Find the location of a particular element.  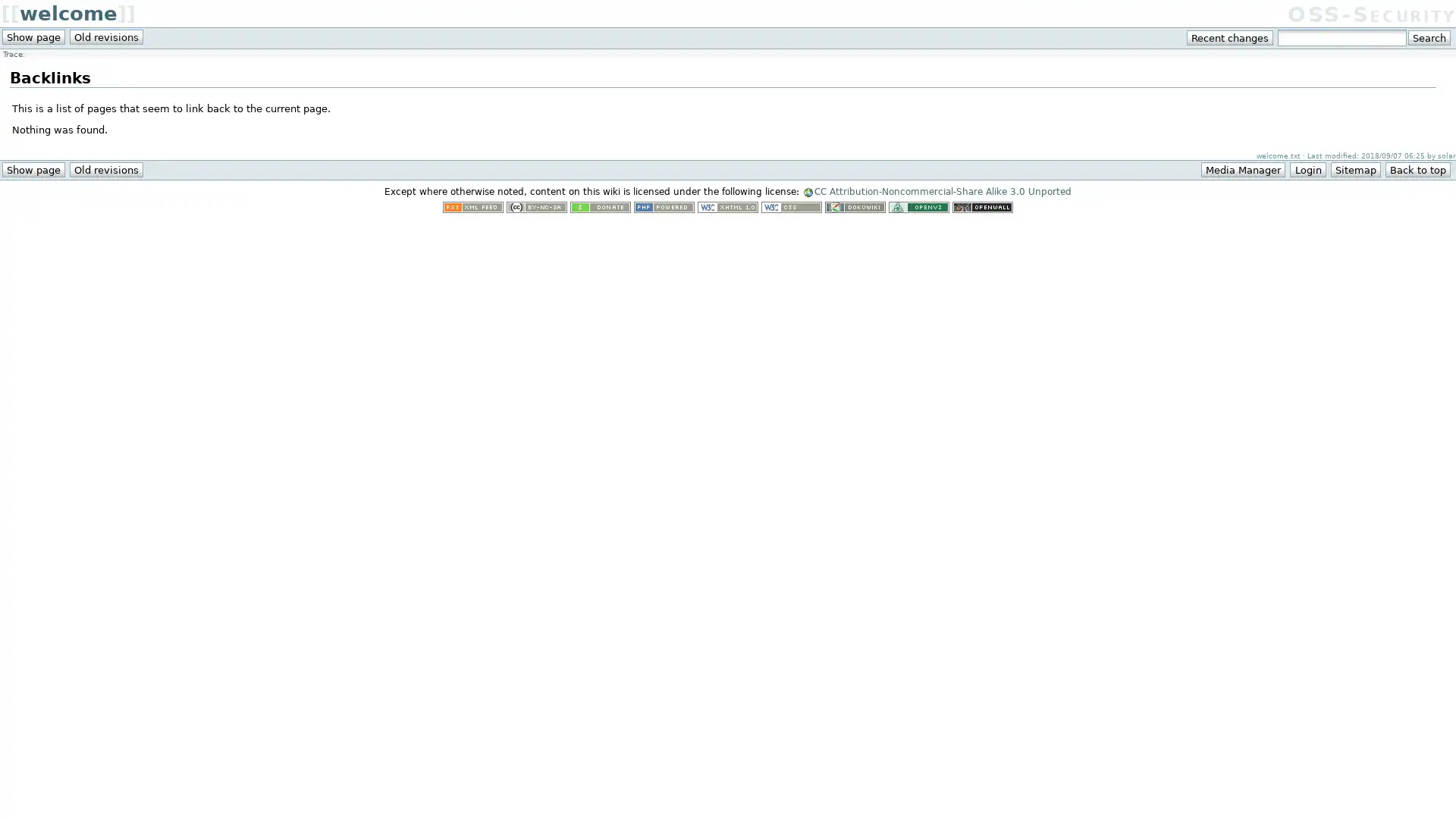

Old revisions is located at coordinates (105, 36).